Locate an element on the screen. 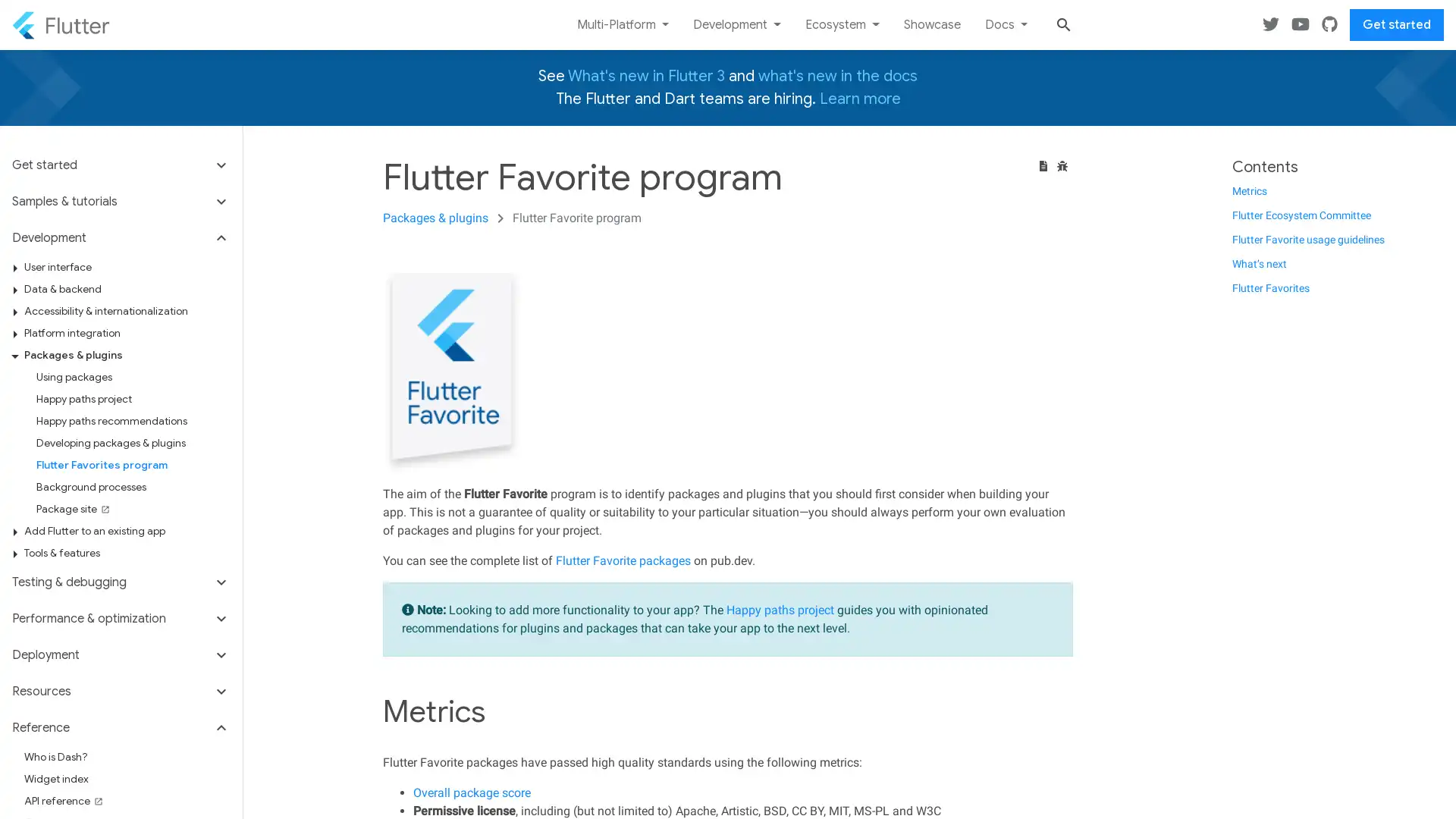 This screenshot has width=1456, height=819. Development keyboard_arrow_down is located at coordinates (120, 237).